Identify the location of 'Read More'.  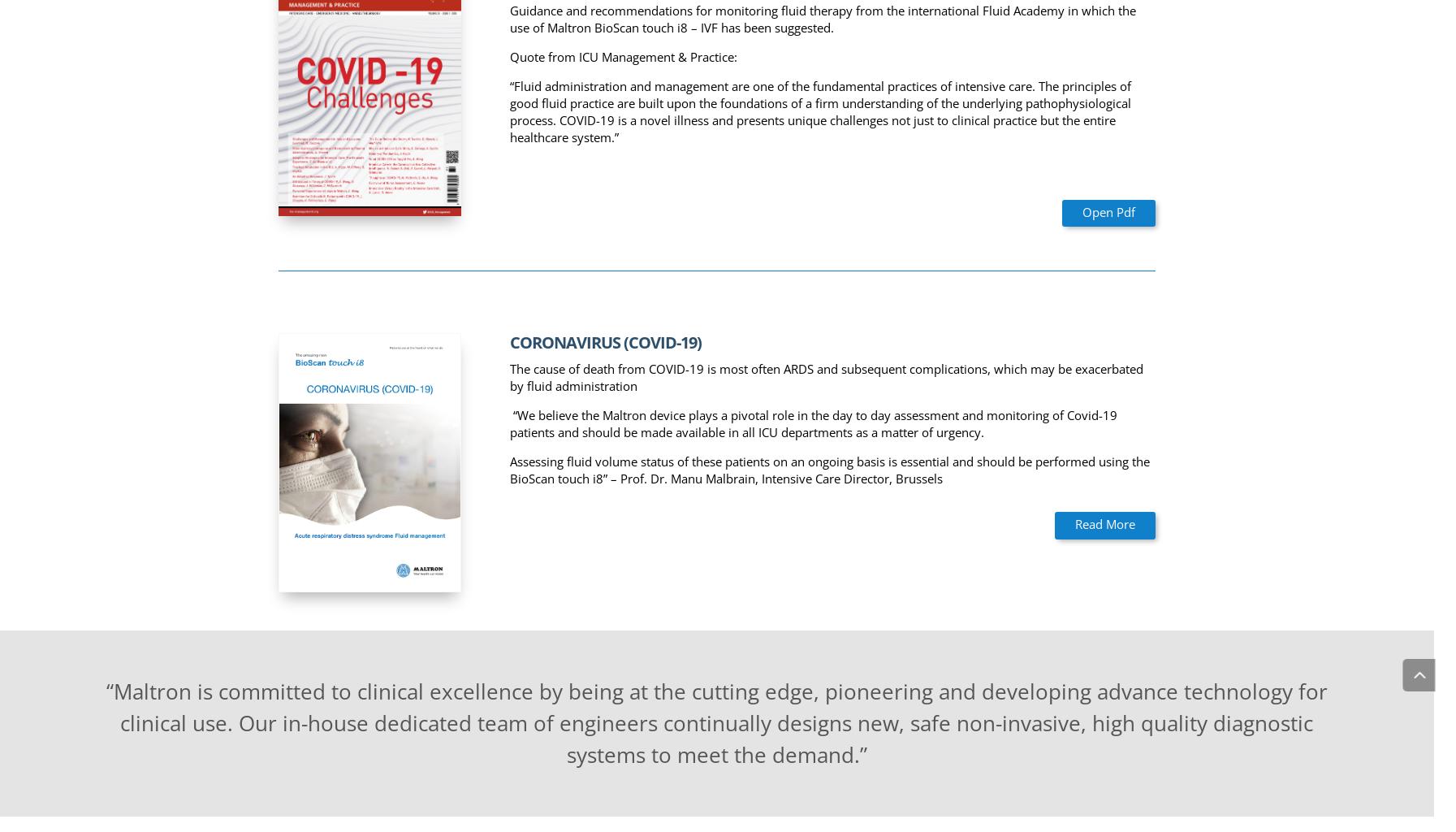
(1074, 523).